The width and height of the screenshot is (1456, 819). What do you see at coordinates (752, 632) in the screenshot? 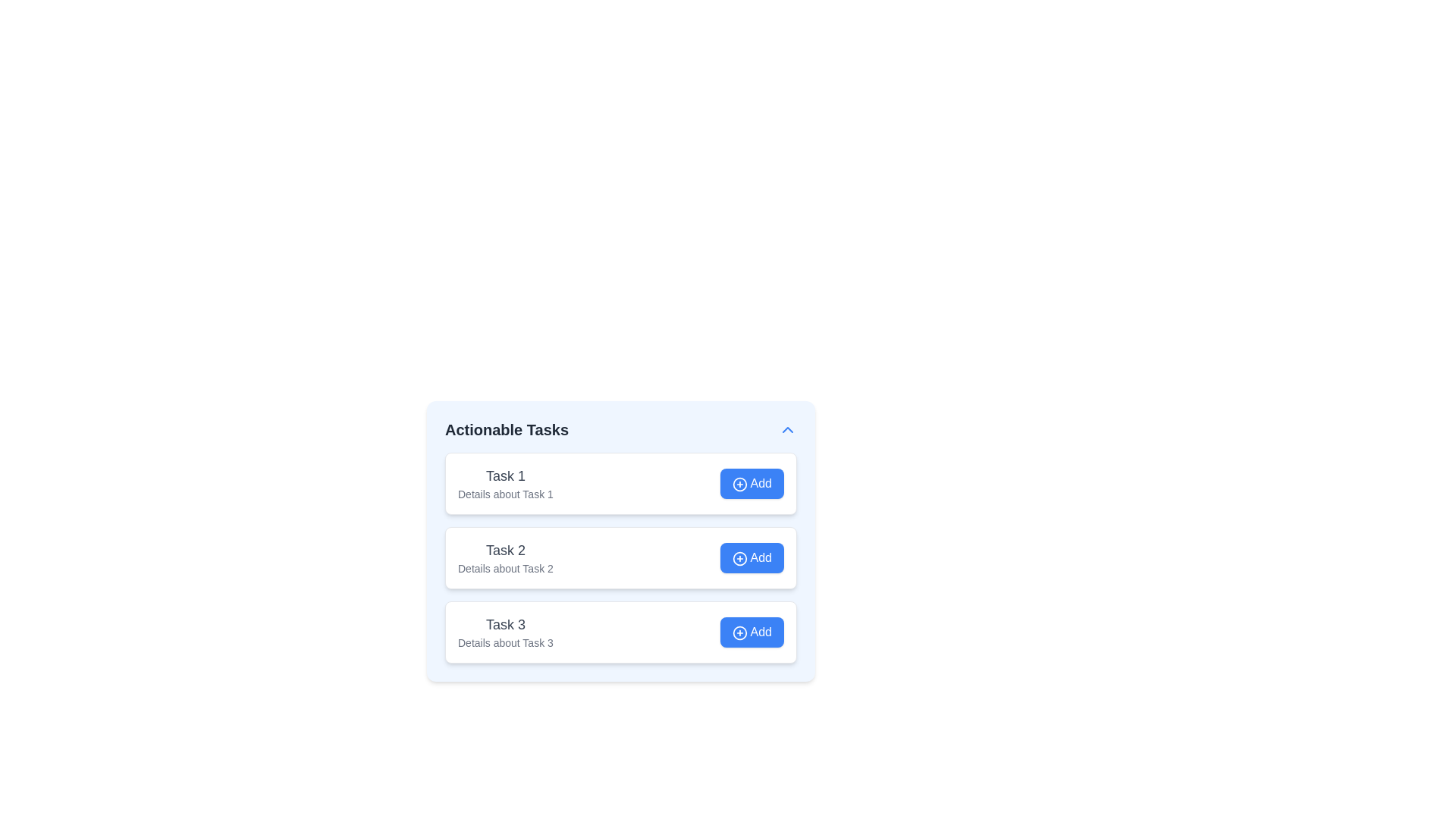
I see `the task management button located to the right of 'Task 3' and 'Details about Task 3'` at bounding box center [752, 632].